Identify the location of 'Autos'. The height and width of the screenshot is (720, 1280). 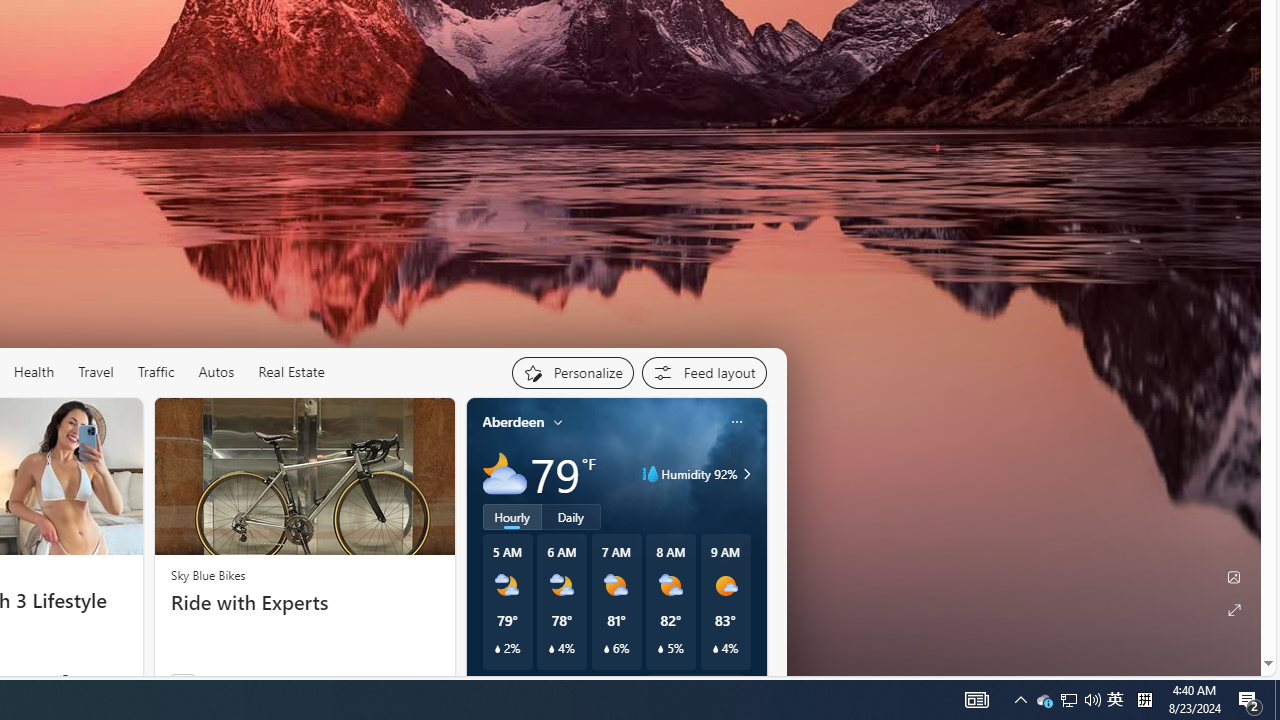
(216, 372).